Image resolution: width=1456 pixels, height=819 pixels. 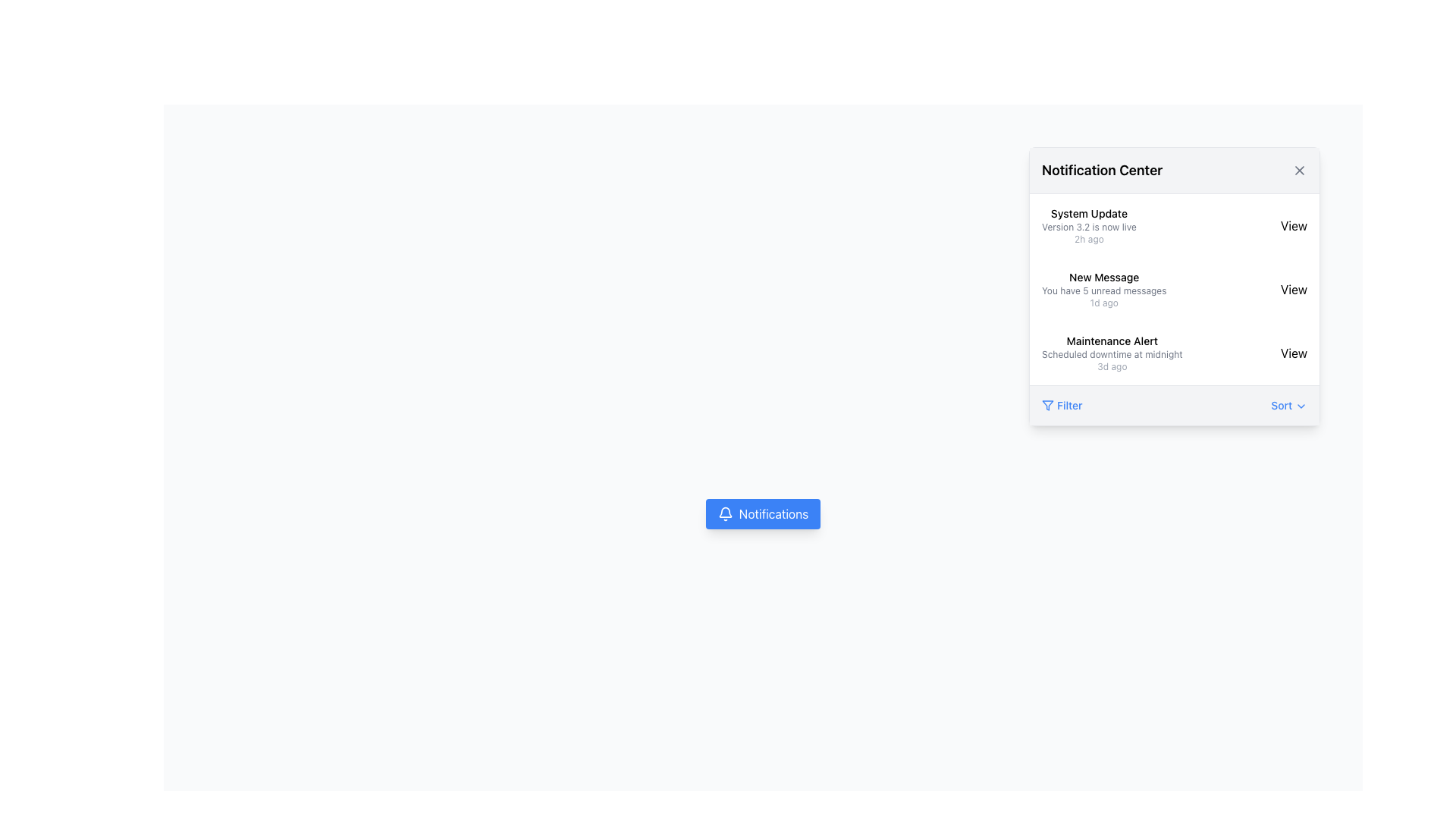 I want to click on the notification entry titled 'Maintenance Alert' with the description 'Scheduled downtime at midnight' in the Notification Center panel, so click(x=1174, y=353).